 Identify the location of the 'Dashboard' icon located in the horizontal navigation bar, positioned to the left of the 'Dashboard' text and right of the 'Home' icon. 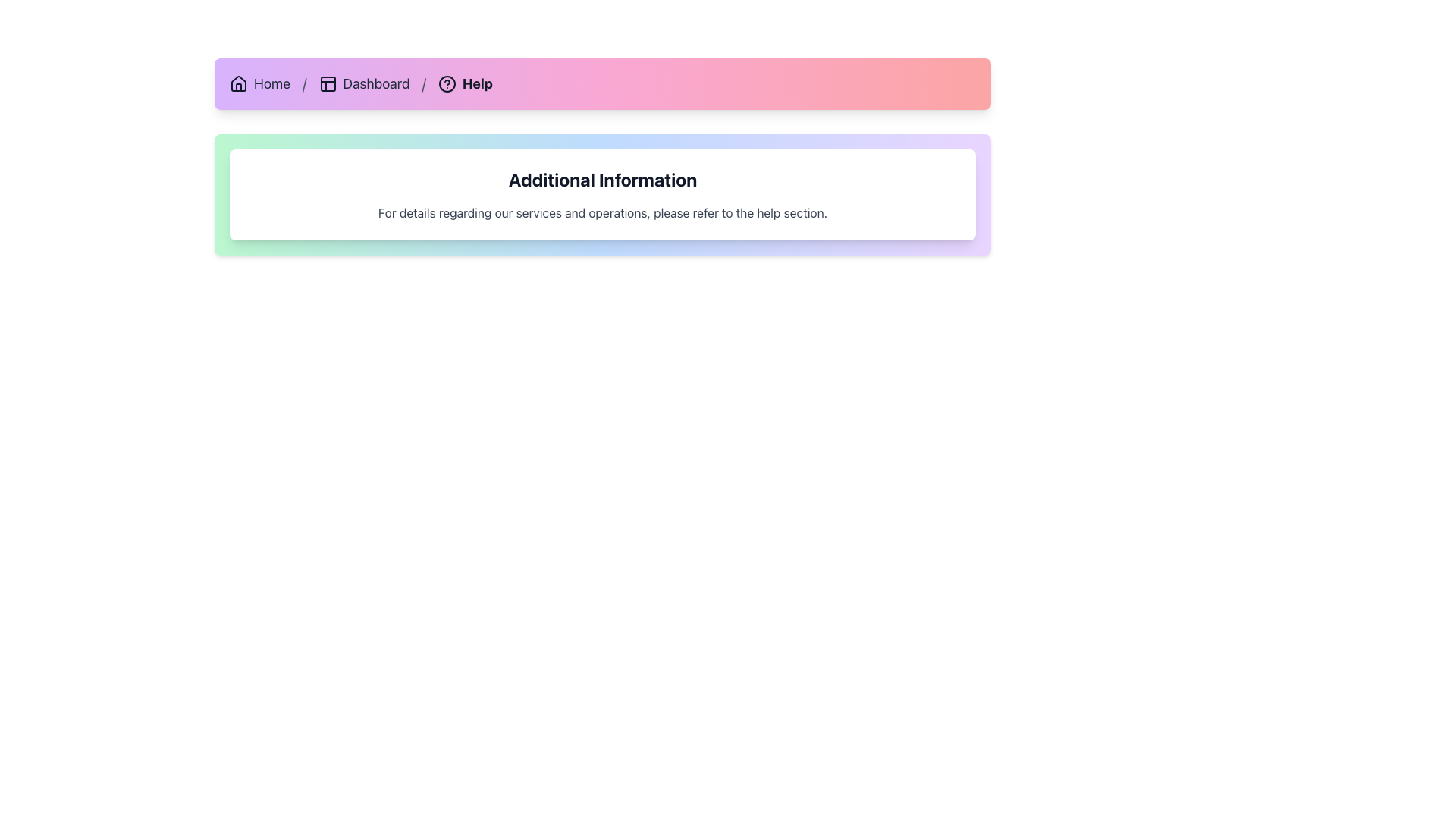
(327, 84).